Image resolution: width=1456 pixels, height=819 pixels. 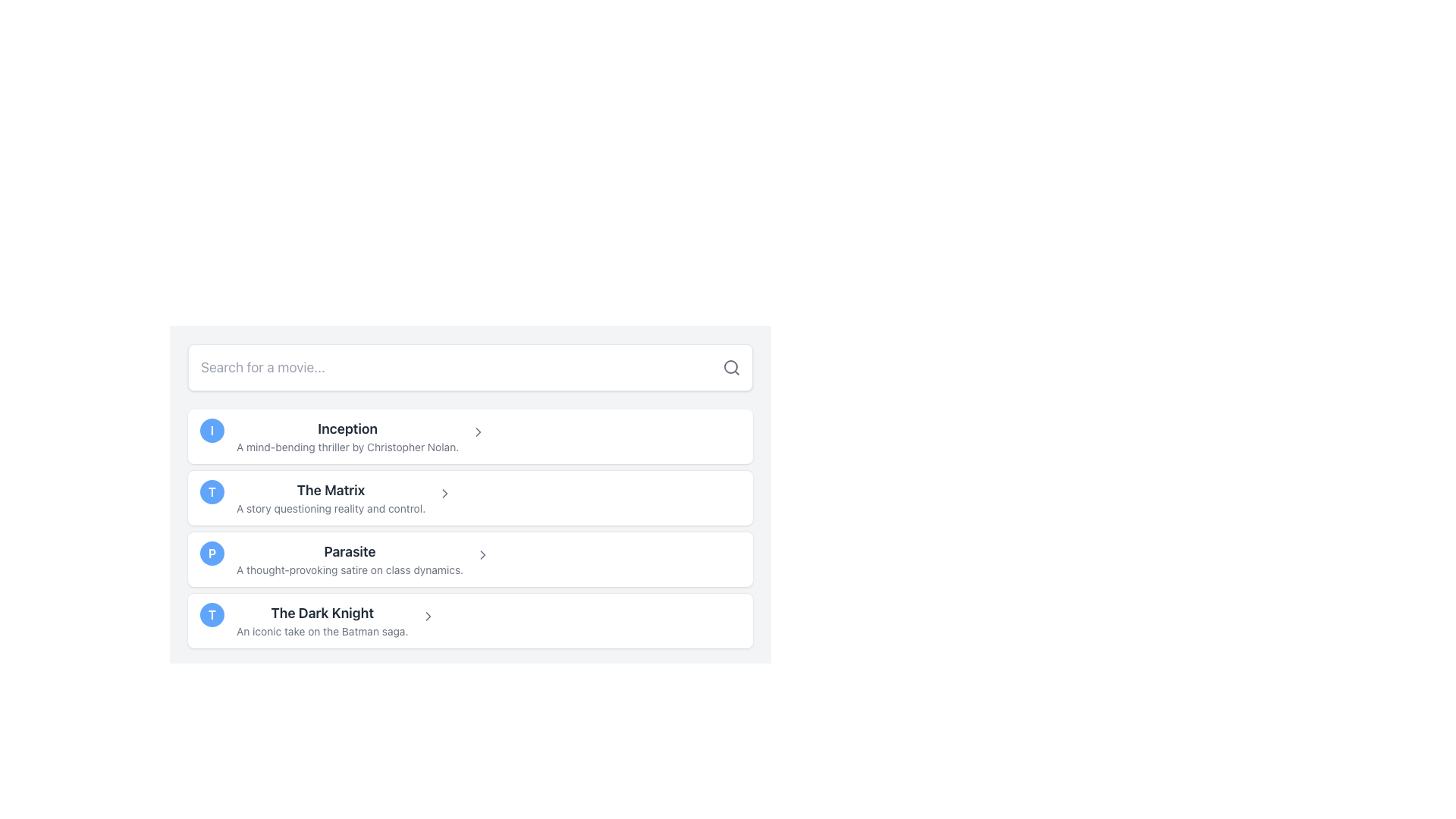 What do you see at coordinates (731, 368) in the screenshot?
I see `the circular magnifying glass icon at the right end of the search input field` at bounding box center [731, 368].